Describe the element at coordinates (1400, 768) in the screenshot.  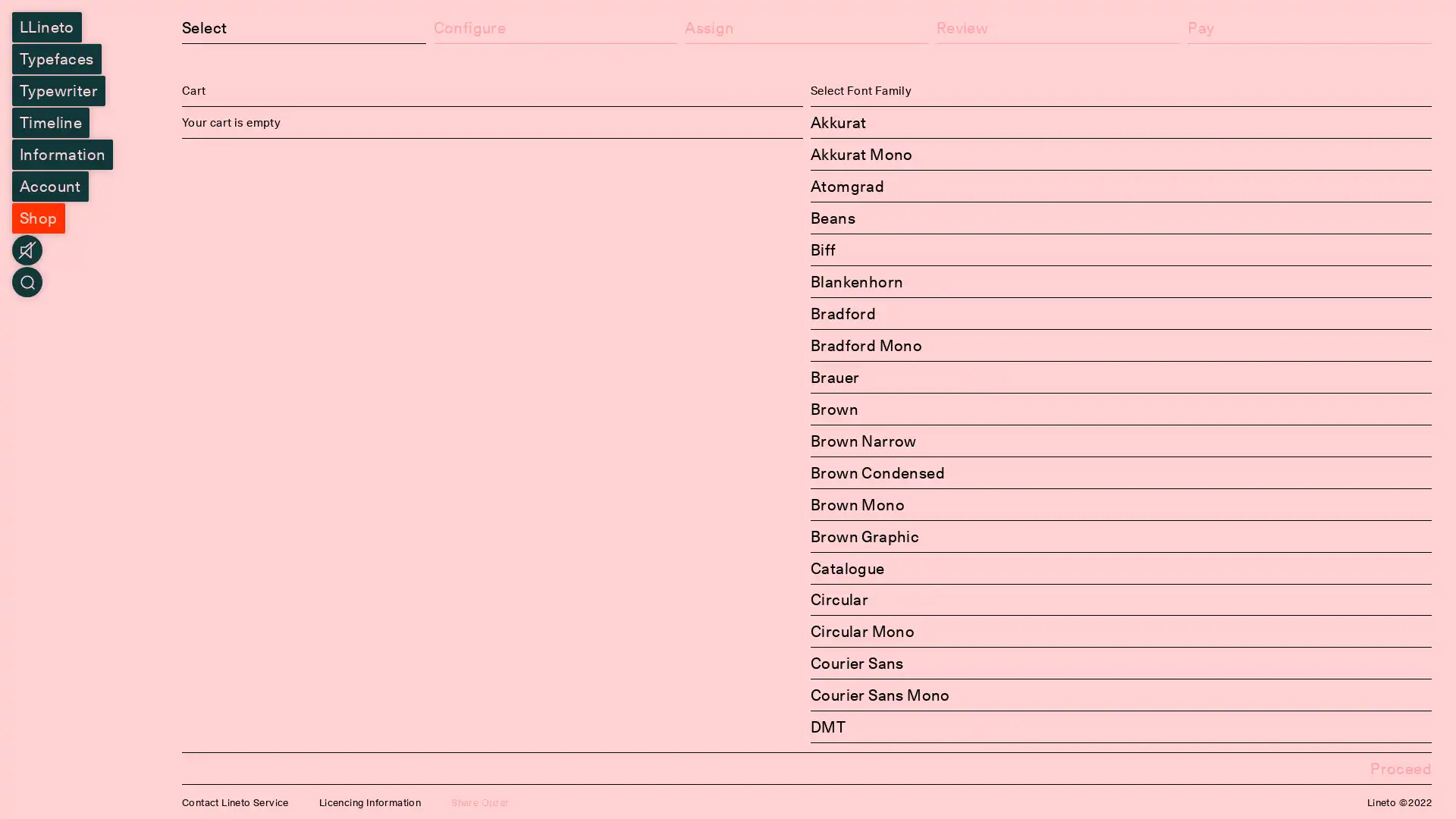
I see `Proceed` at that location.